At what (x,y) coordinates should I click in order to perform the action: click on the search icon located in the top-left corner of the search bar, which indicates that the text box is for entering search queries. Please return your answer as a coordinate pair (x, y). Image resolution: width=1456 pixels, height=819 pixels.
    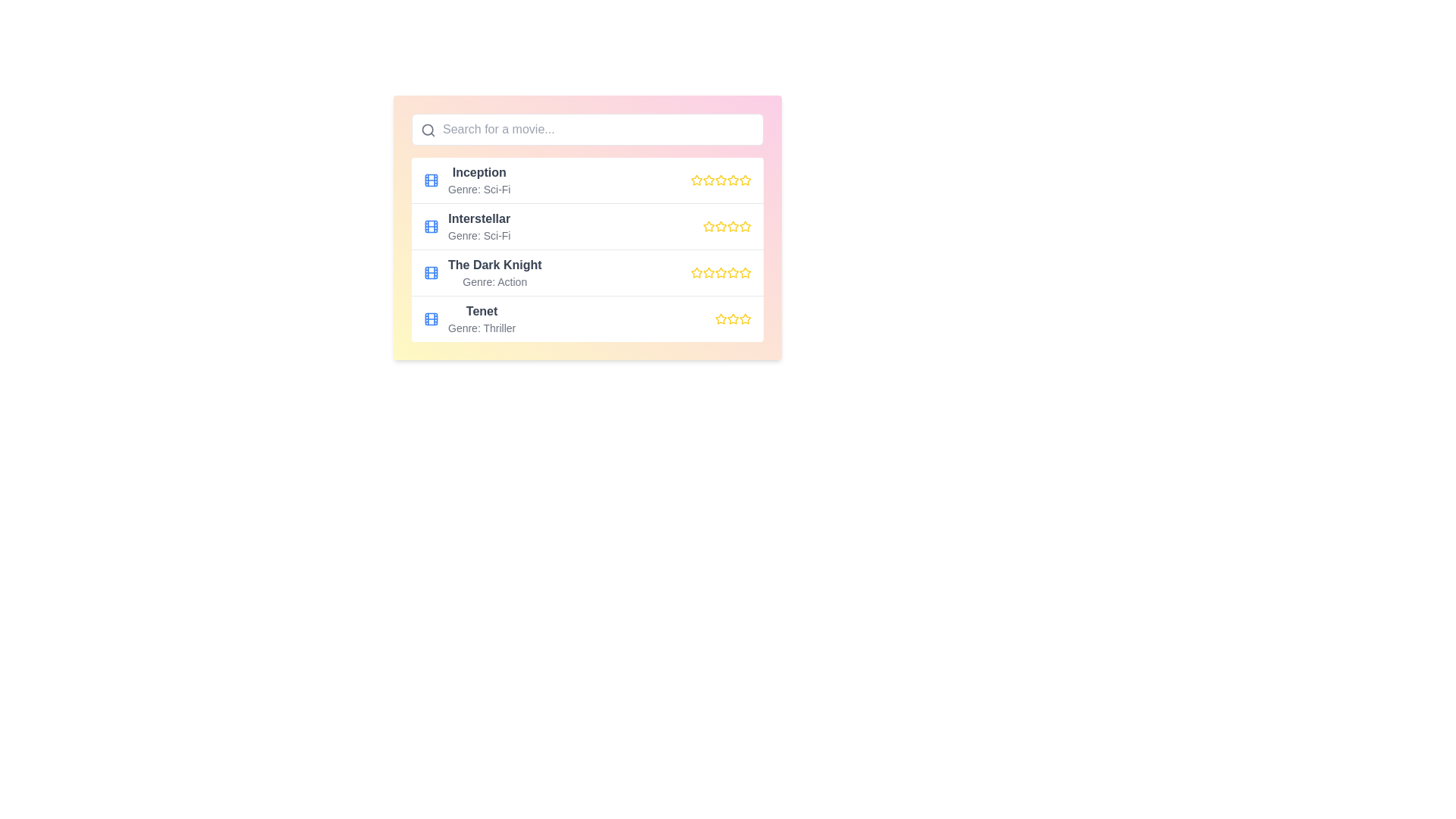
    Looking at the image, I should click on (428, 130).